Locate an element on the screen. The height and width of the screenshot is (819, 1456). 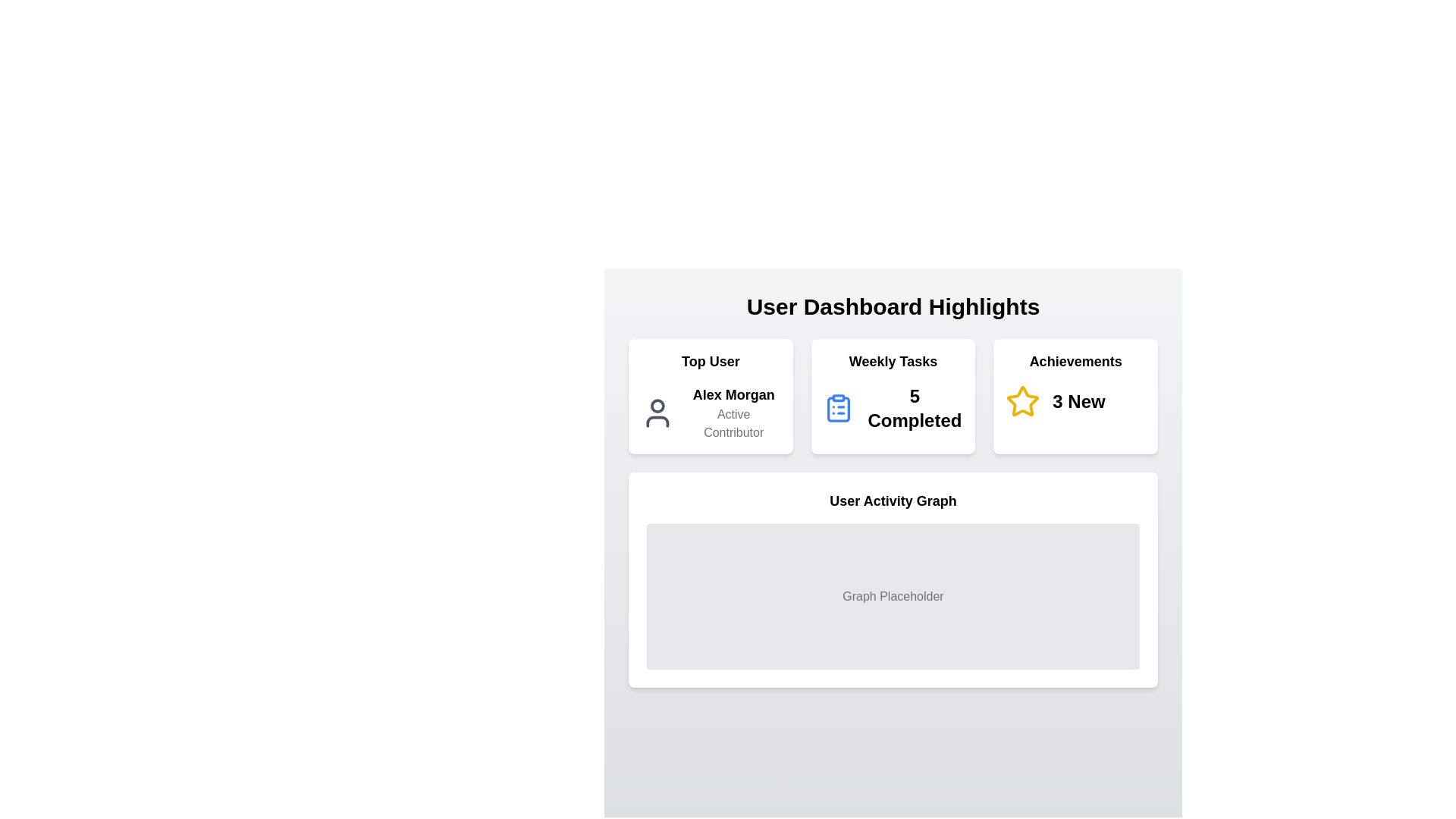
the bold title label reading 'User Dashboard Highlights', which is centered at the top of the dashboard layout is located at coordinates (893, 307).